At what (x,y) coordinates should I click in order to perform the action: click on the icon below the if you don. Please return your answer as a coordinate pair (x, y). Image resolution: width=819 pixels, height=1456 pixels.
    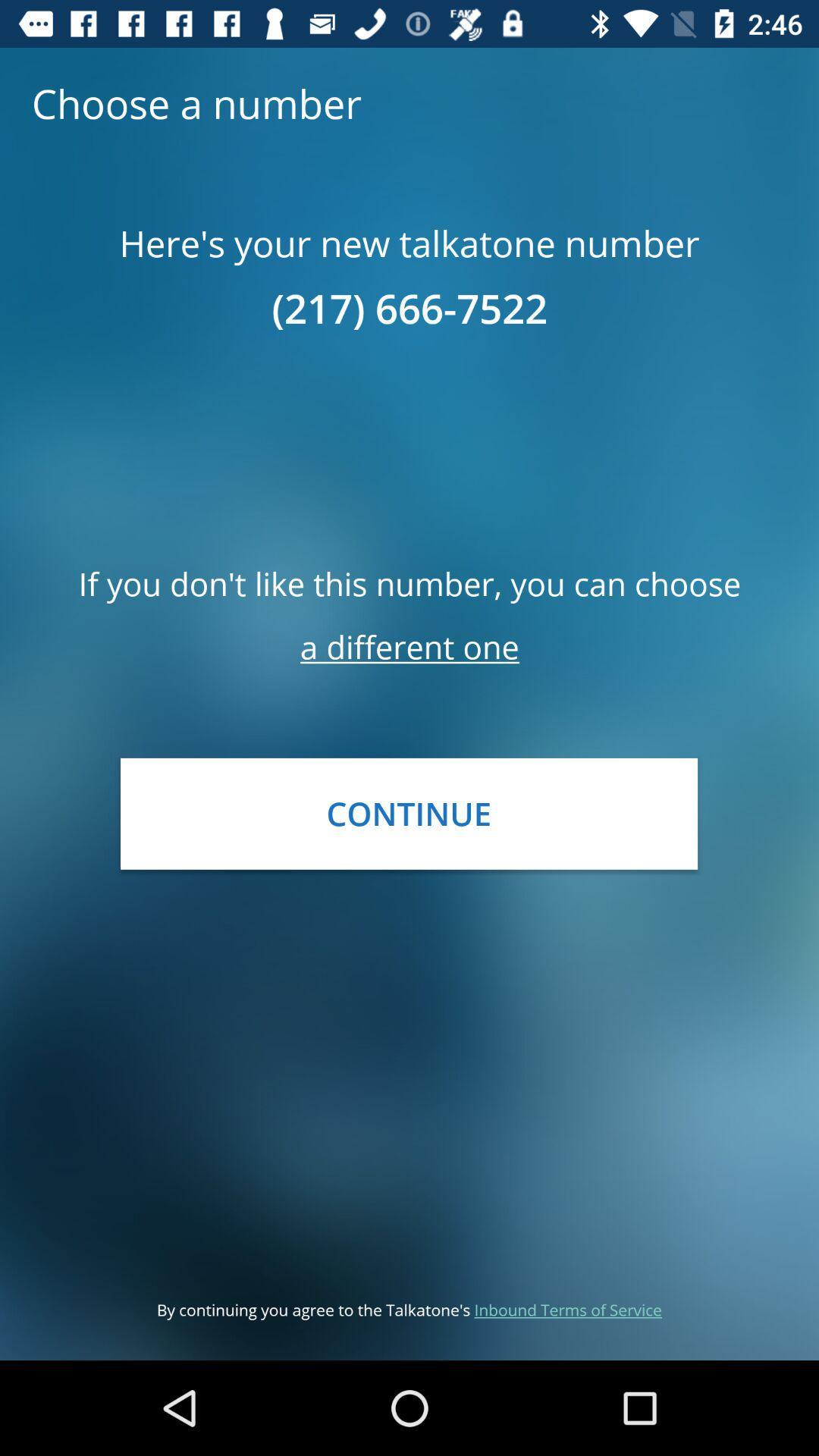
    Looking at the image, I should click on (409, 647).